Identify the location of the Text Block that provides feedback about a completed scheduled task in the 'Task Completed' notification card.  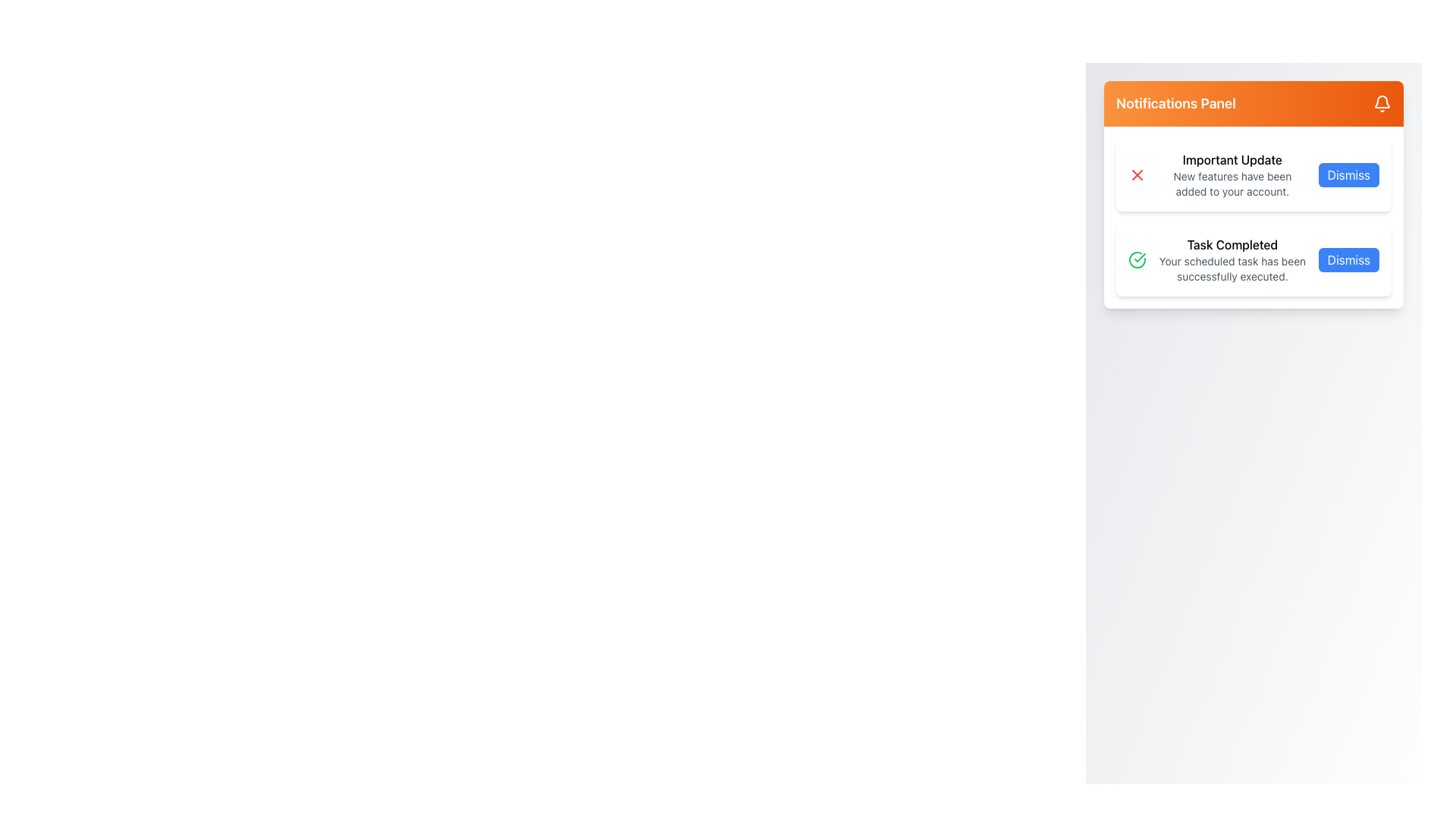
(1232, 259).